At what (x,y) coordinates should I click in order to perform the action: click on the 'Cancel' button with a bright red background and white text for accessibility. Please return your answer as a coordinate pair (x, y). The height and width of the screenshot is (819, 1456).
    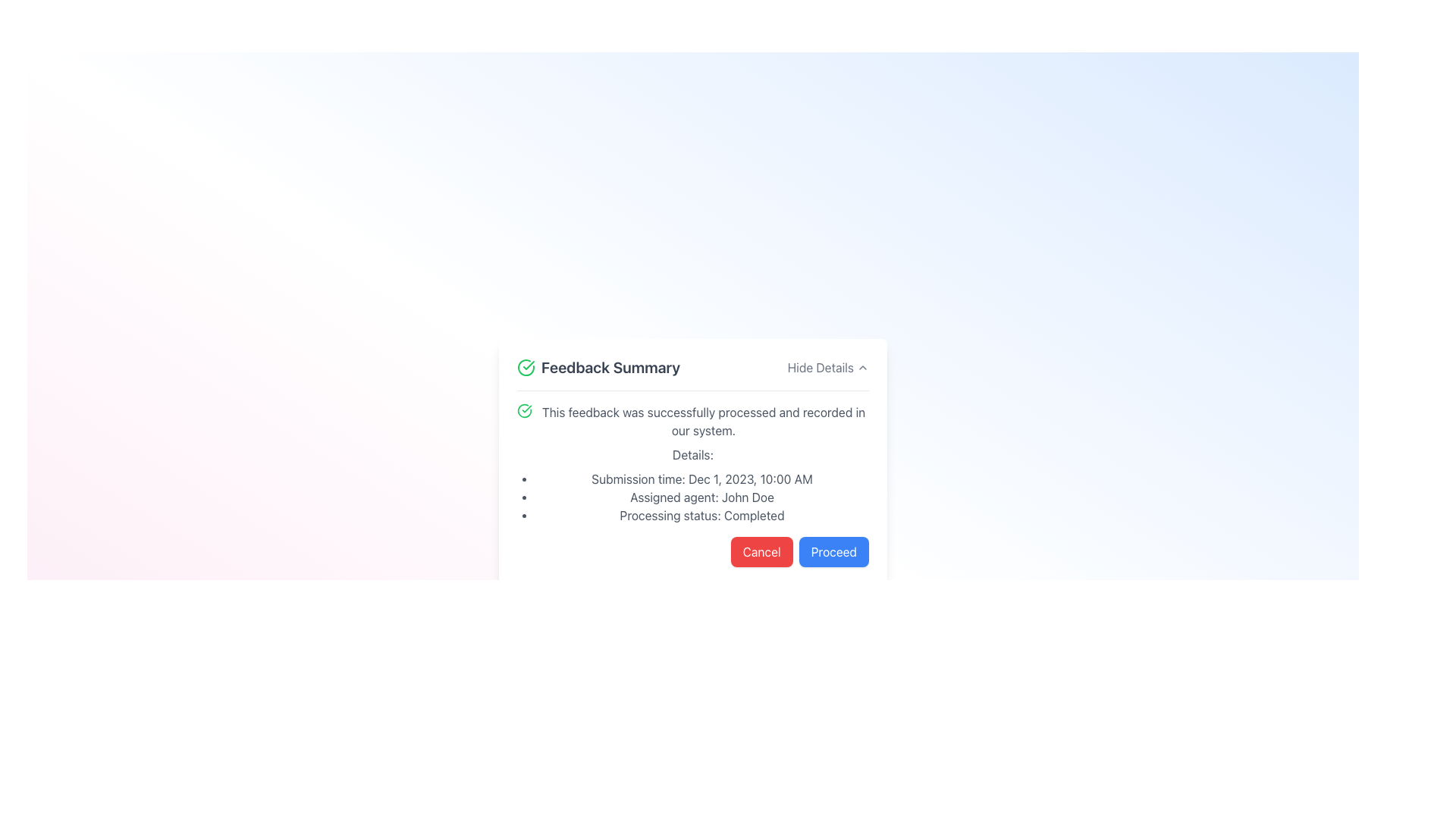
    Looking at the image, I should click on (761, 551).